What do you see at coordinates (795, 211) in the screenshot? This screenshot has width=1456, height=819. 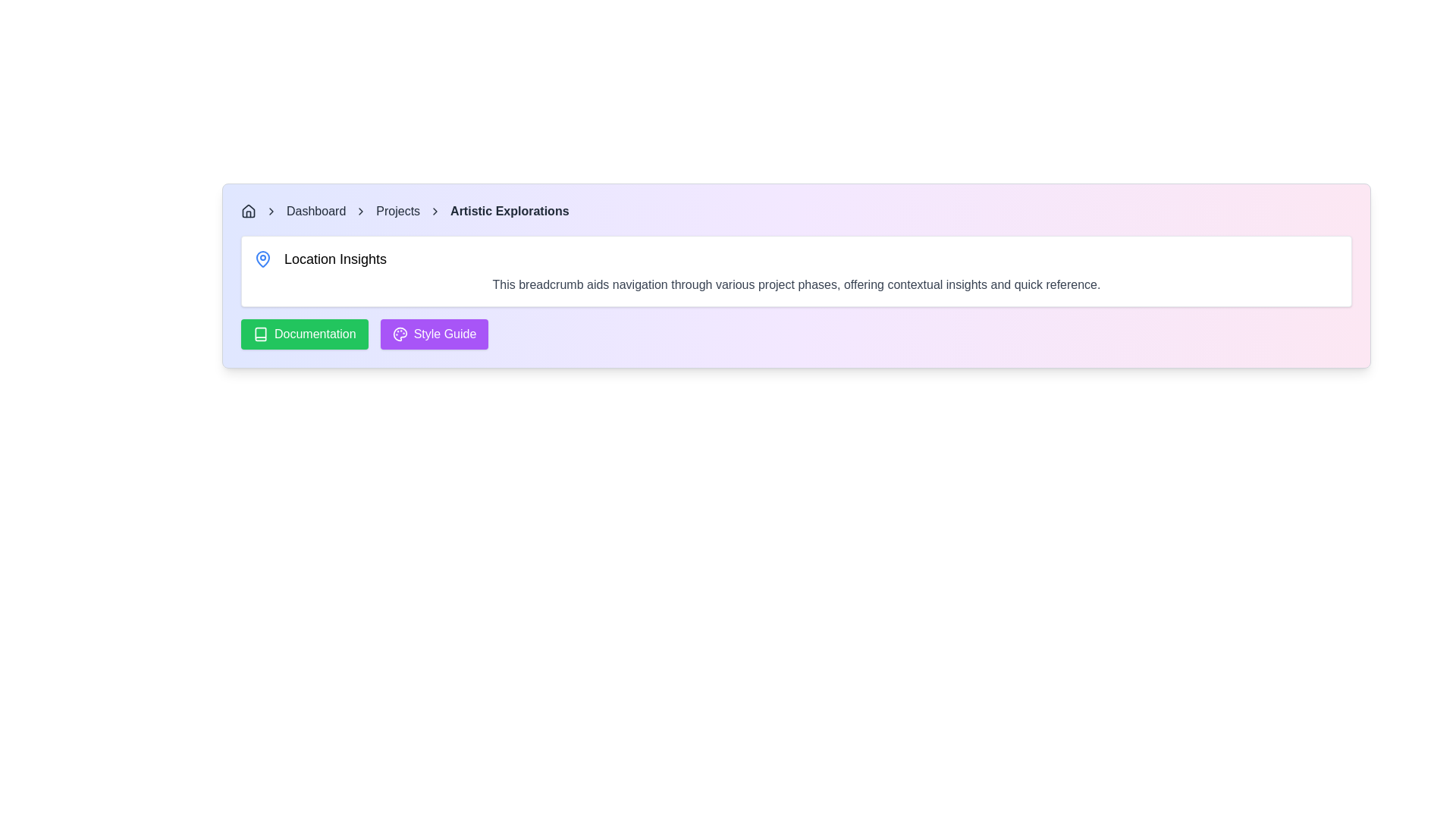 I see `the Breadcrumb navigation bar` at bounding box center [795, 211].